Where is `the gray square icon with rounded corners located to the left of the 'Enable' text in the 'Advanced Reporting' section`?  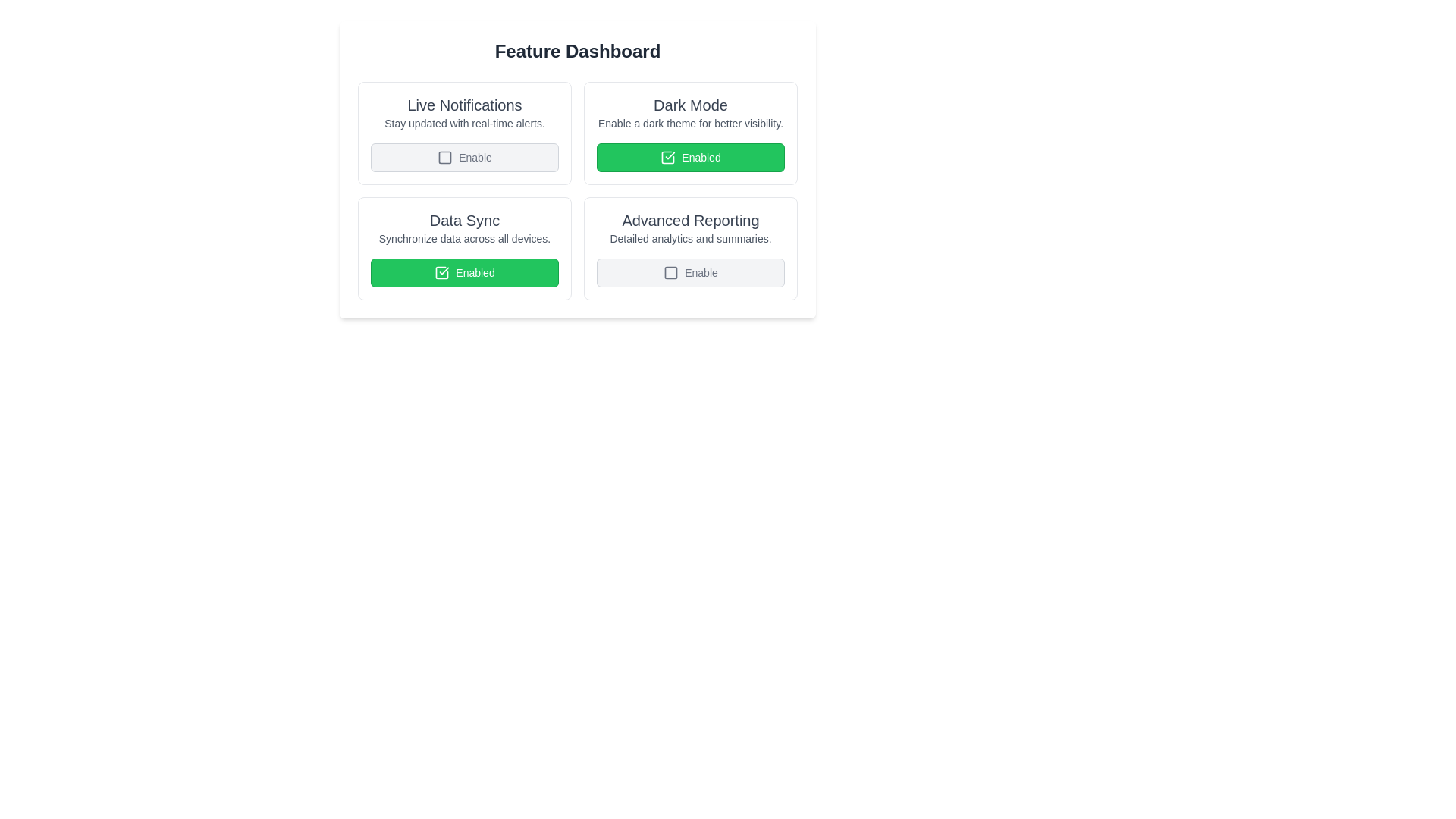 the gray square icon with rounded corners located to the left of the 'Enable' text in the 'Advanced Reporting' section is located at coordinates (670, 271).